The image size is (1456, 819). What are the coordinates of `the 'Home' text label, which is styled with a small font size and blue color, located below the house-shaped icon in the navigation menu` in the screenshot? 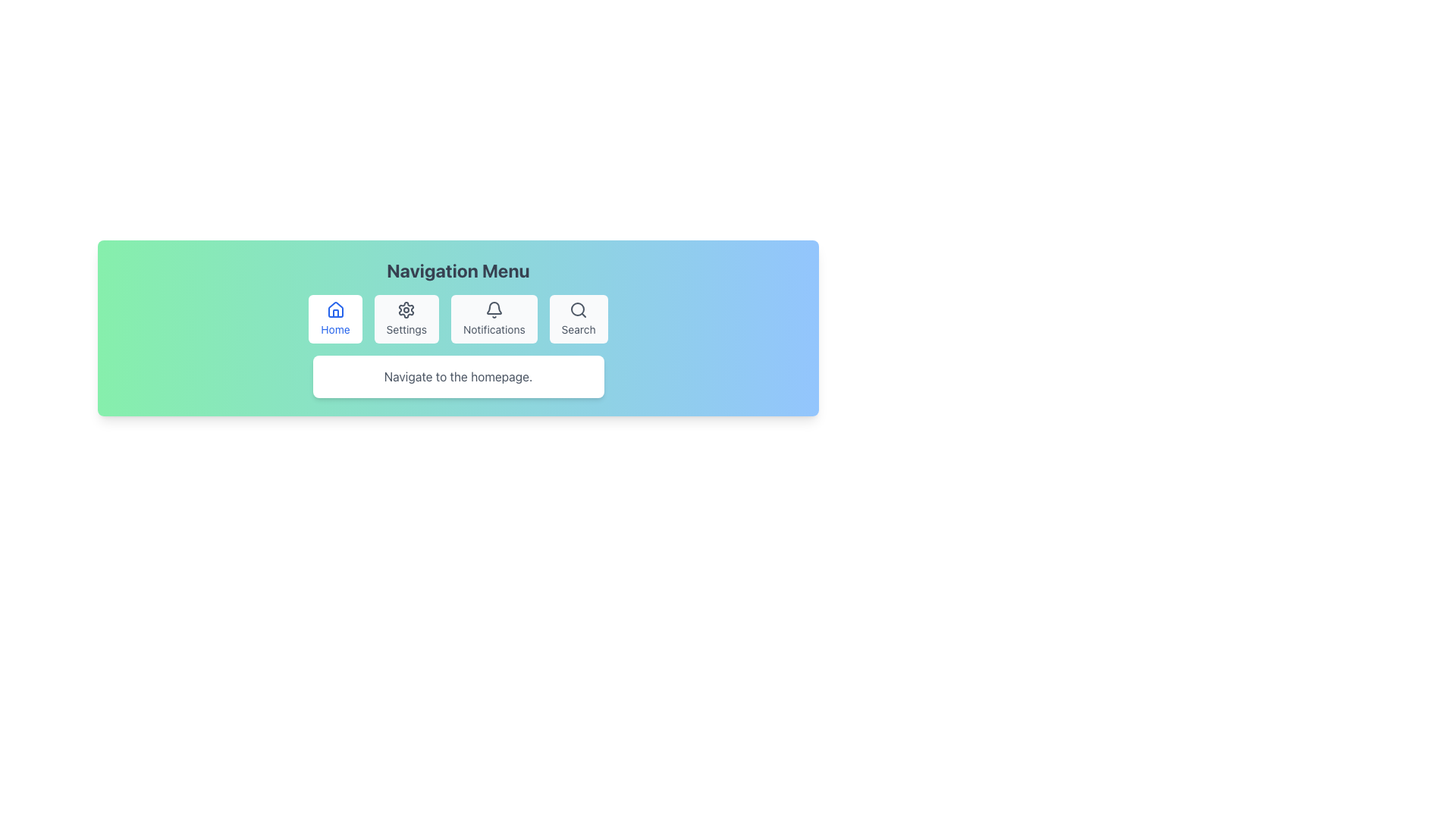 It's located at (334, 329).